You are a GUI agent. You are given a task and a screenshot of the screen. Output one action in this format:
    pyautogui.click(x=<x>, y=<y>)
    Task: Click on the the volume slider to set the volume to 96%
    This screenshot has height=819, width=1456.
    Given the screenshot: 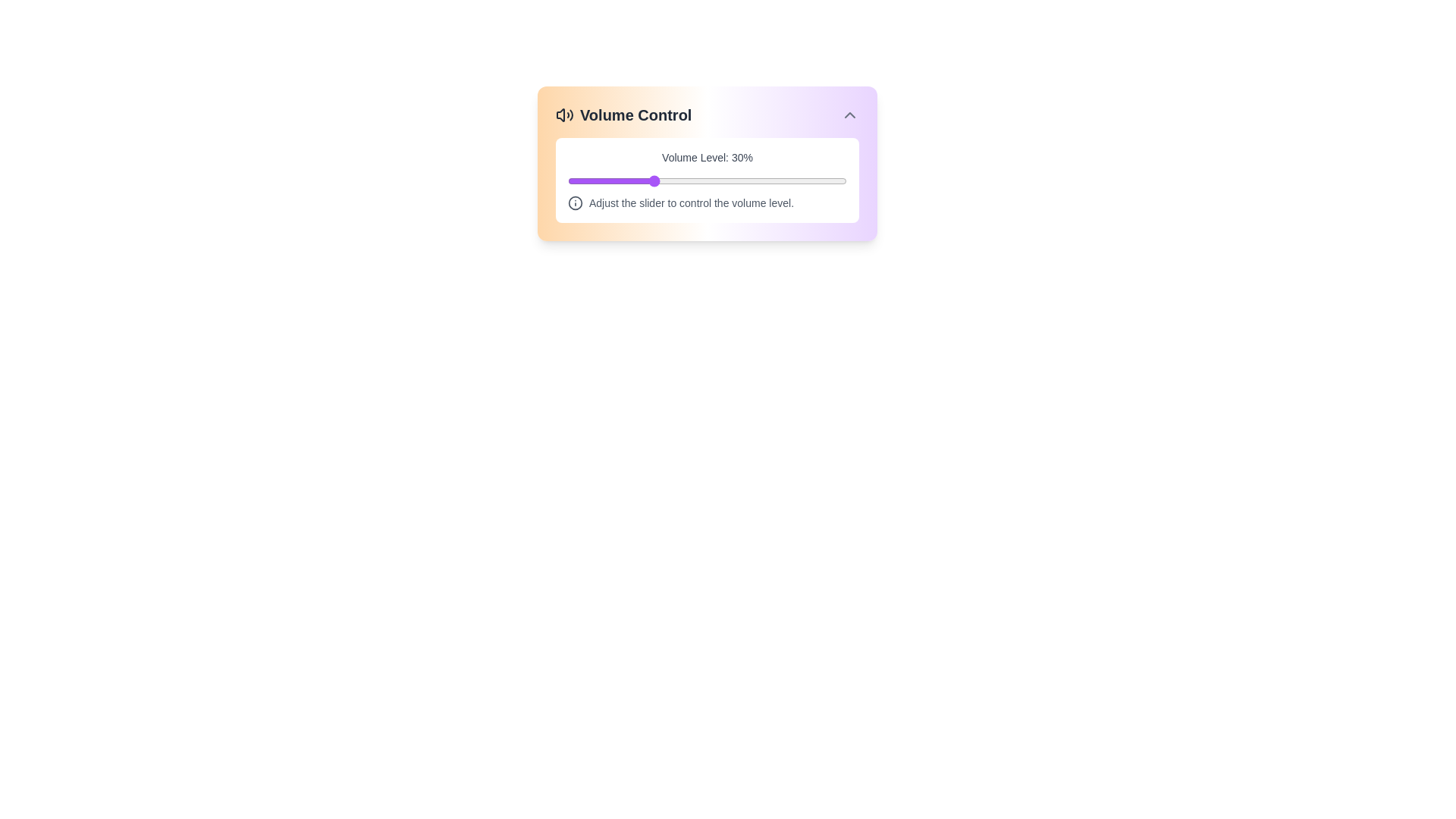 What is the action you would take?
    pyautogui.click(x=835, y=180)
    